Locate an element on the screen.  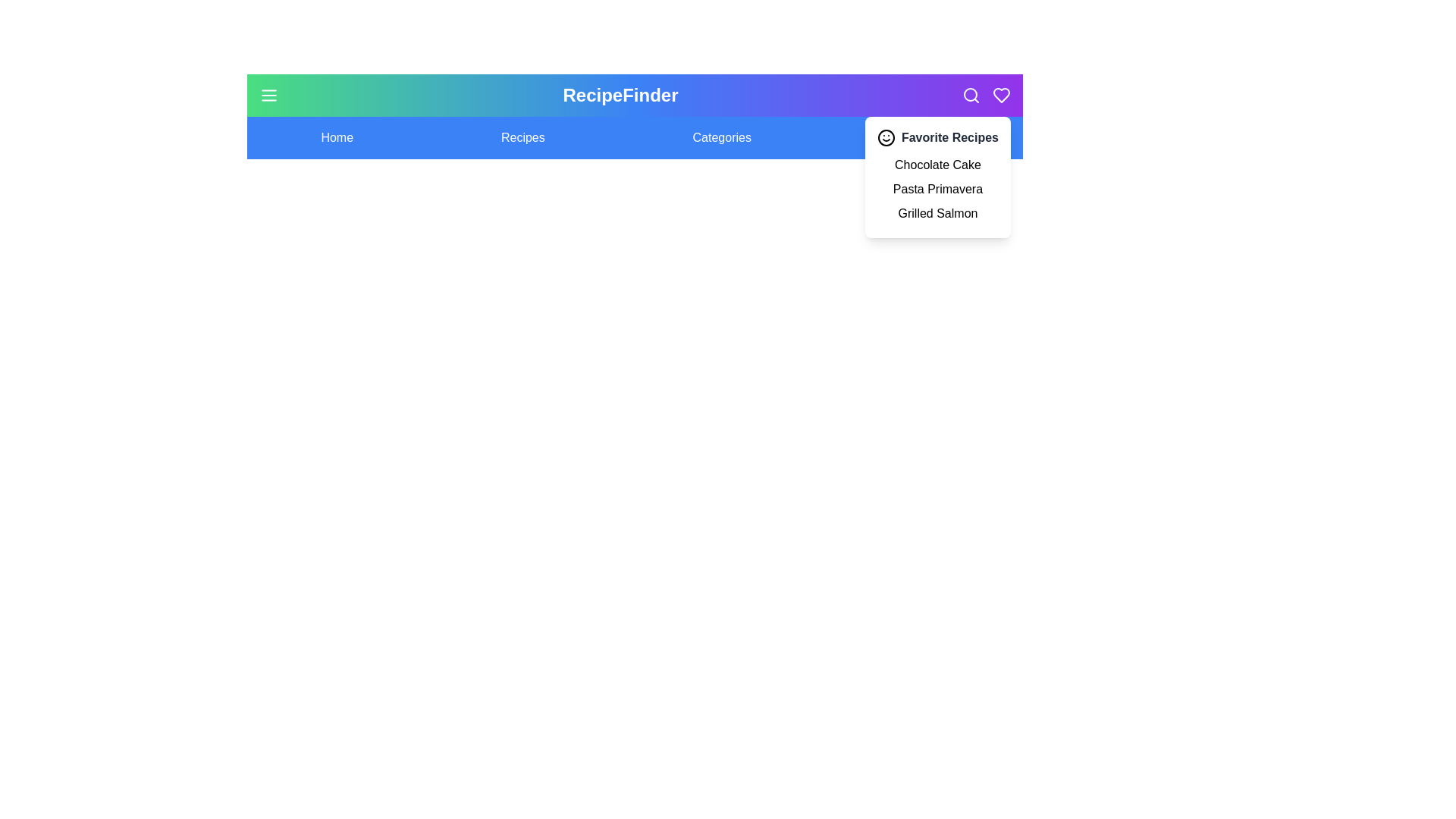
the menu button to toggle the menu visibility is located at coordinates (269, 96).